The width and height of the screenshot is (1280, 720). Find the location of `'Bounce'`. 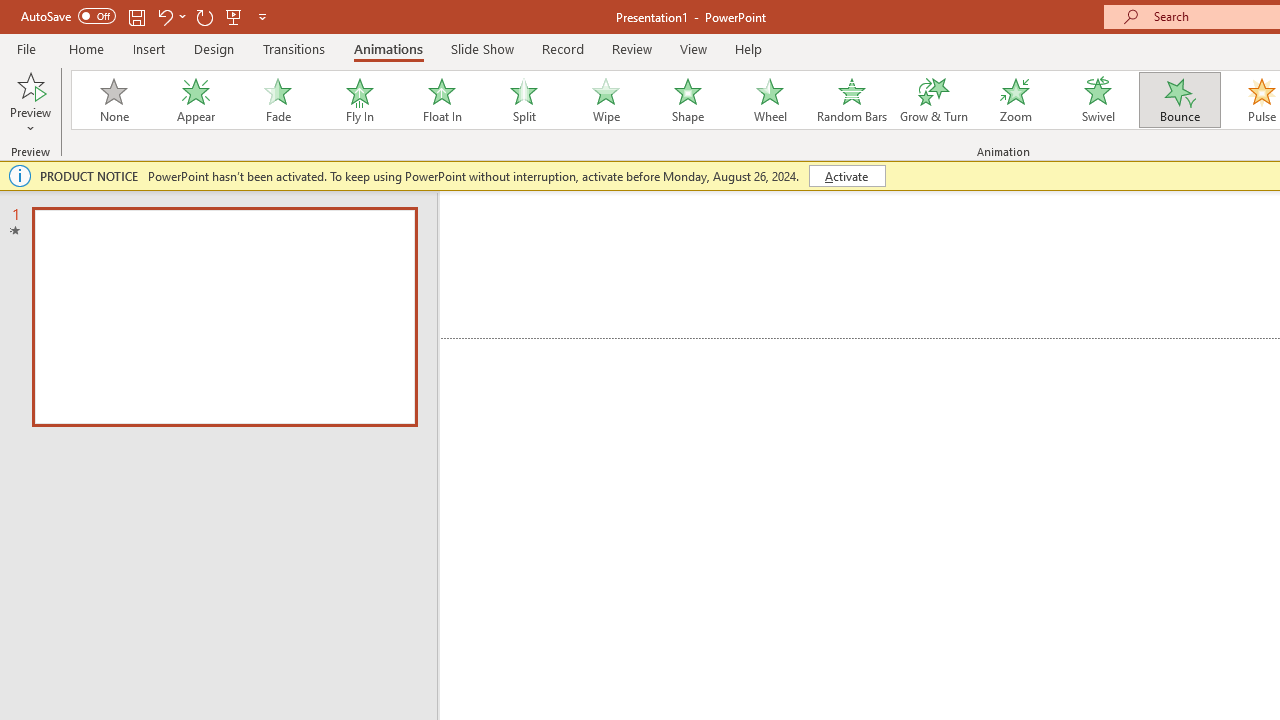

'Bounce' is located at coordinates (1180, 100).